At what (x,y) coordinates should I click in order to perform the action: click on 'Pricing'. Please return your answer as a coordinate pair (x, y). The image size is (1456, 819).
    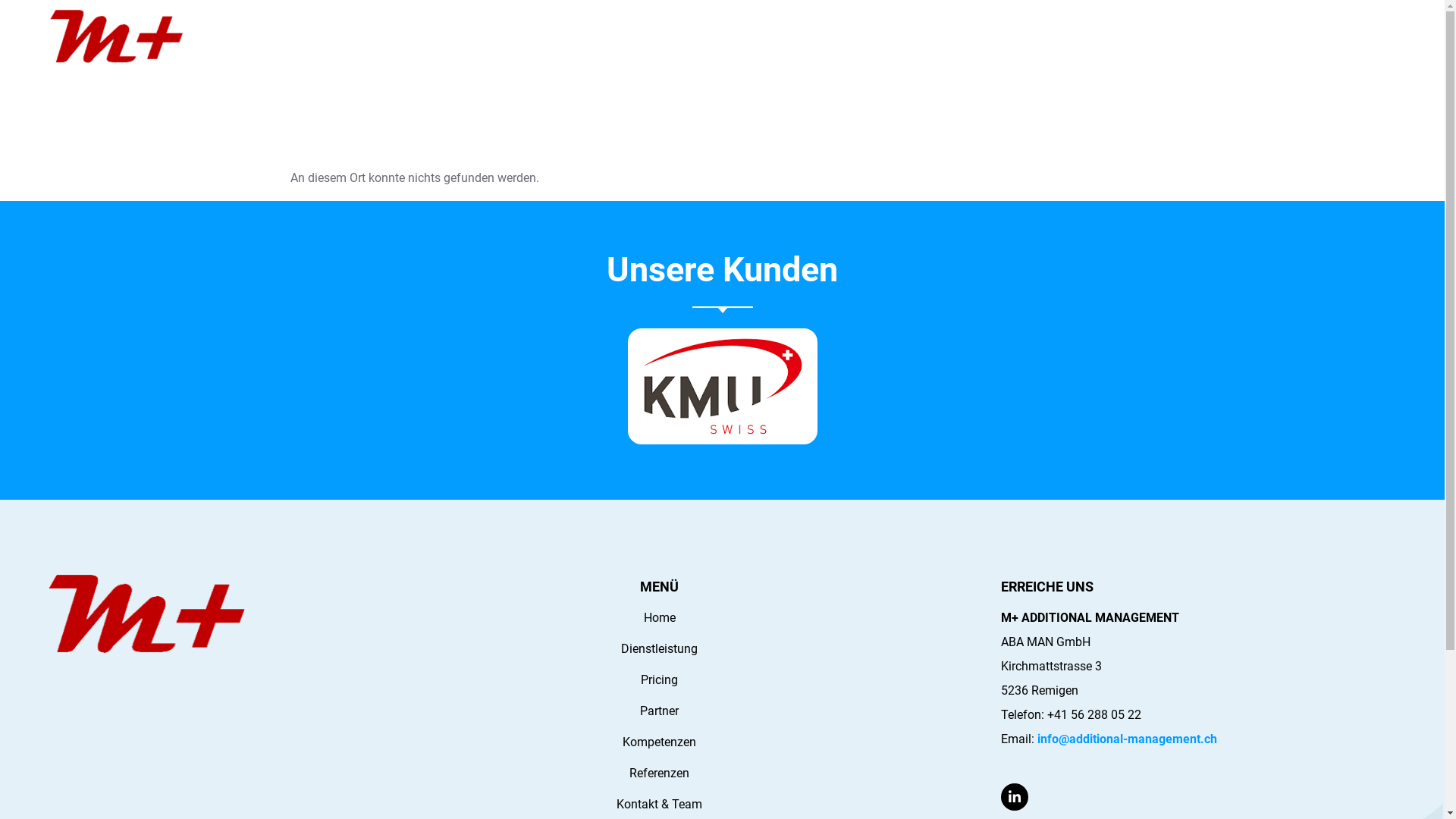
    Looking at the image, I should click on (659, 679).